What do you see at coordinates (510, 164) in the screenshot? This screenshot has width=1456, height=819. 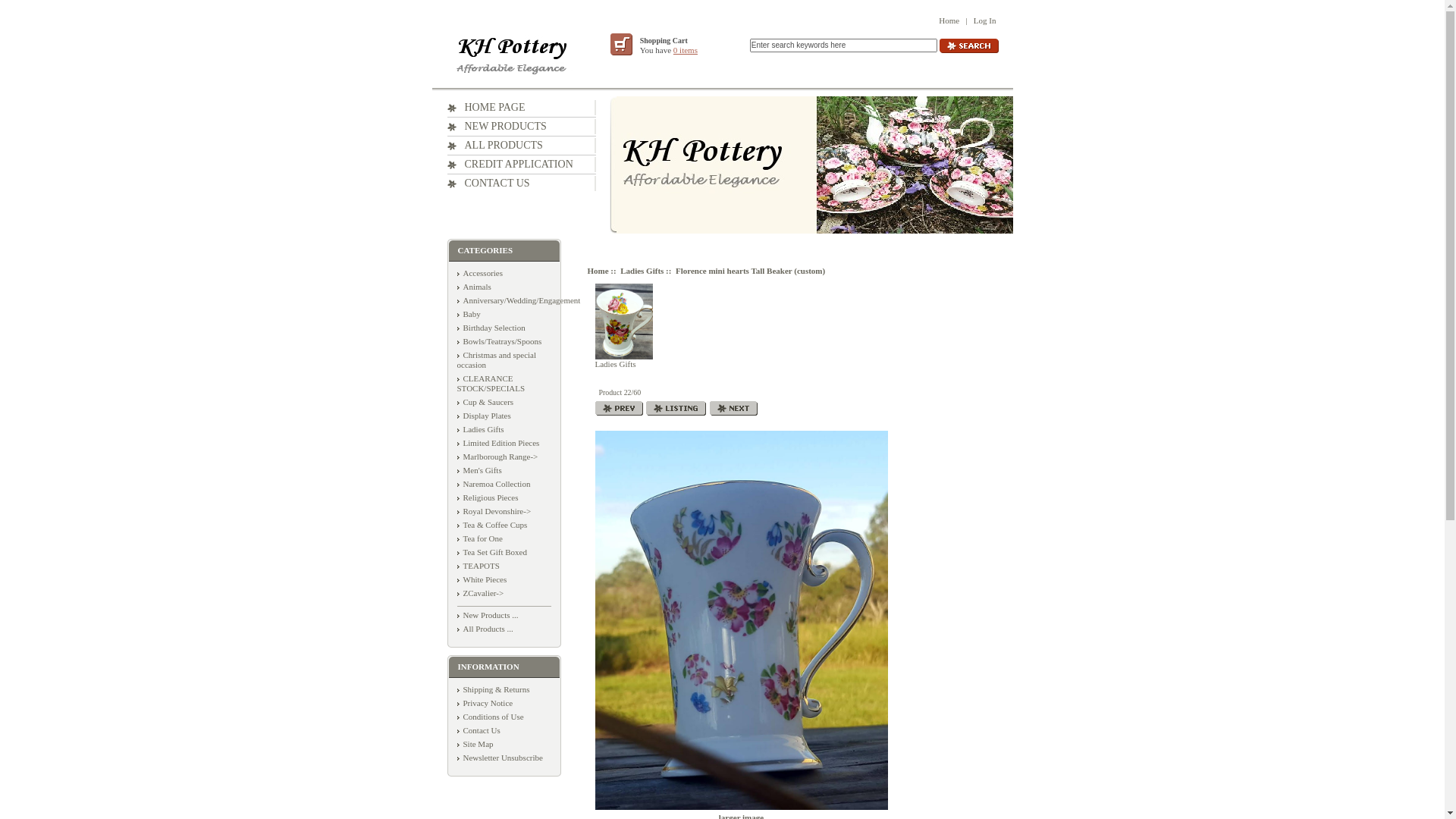 I see `'CREDIT APPLICATION'` at bounding box center [510, 164].